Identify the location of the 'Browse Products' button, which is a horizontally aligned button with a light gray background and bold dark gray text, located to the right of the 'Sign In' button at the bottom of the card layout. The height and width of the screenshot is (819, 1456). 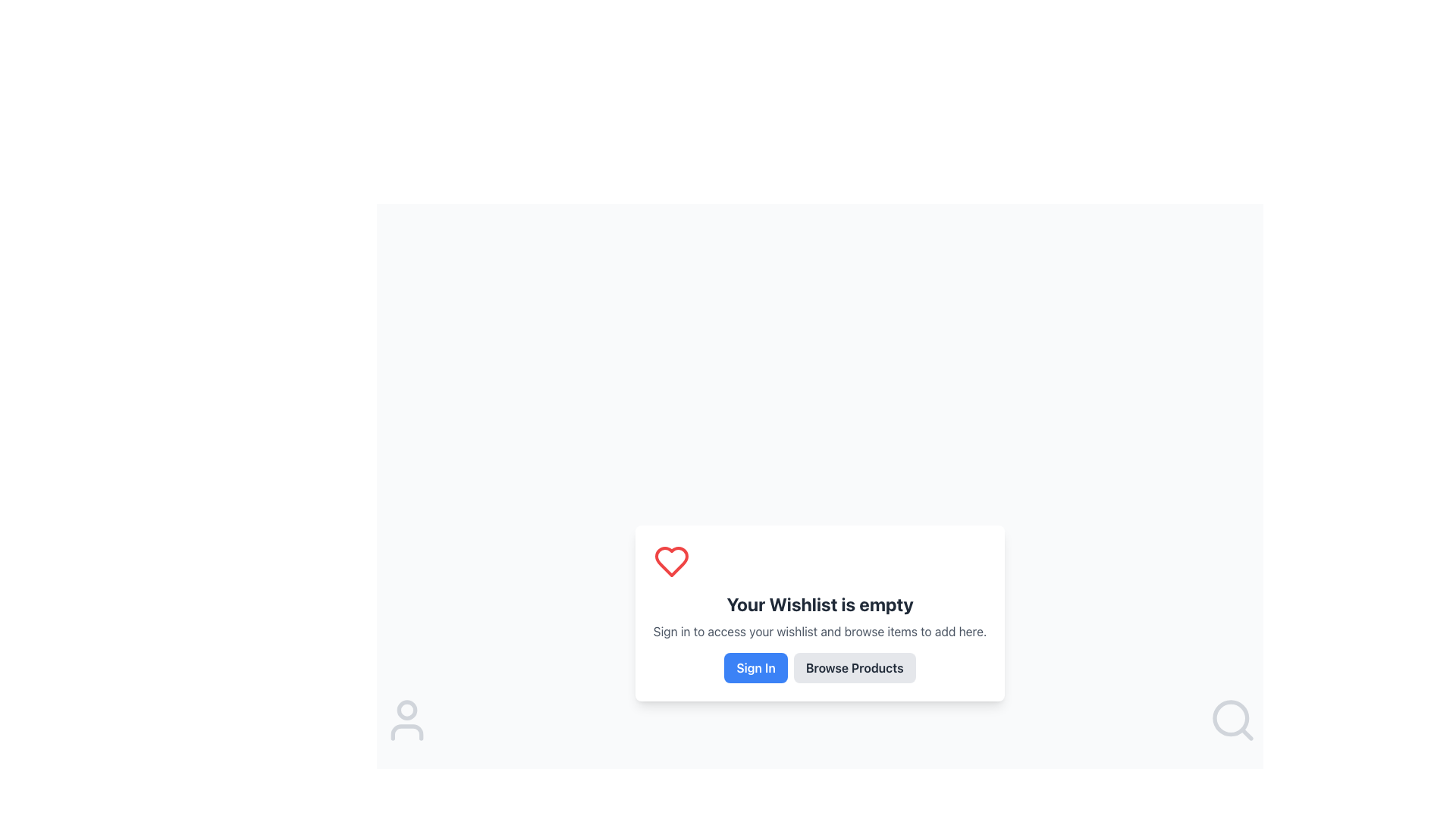
(819, 667).